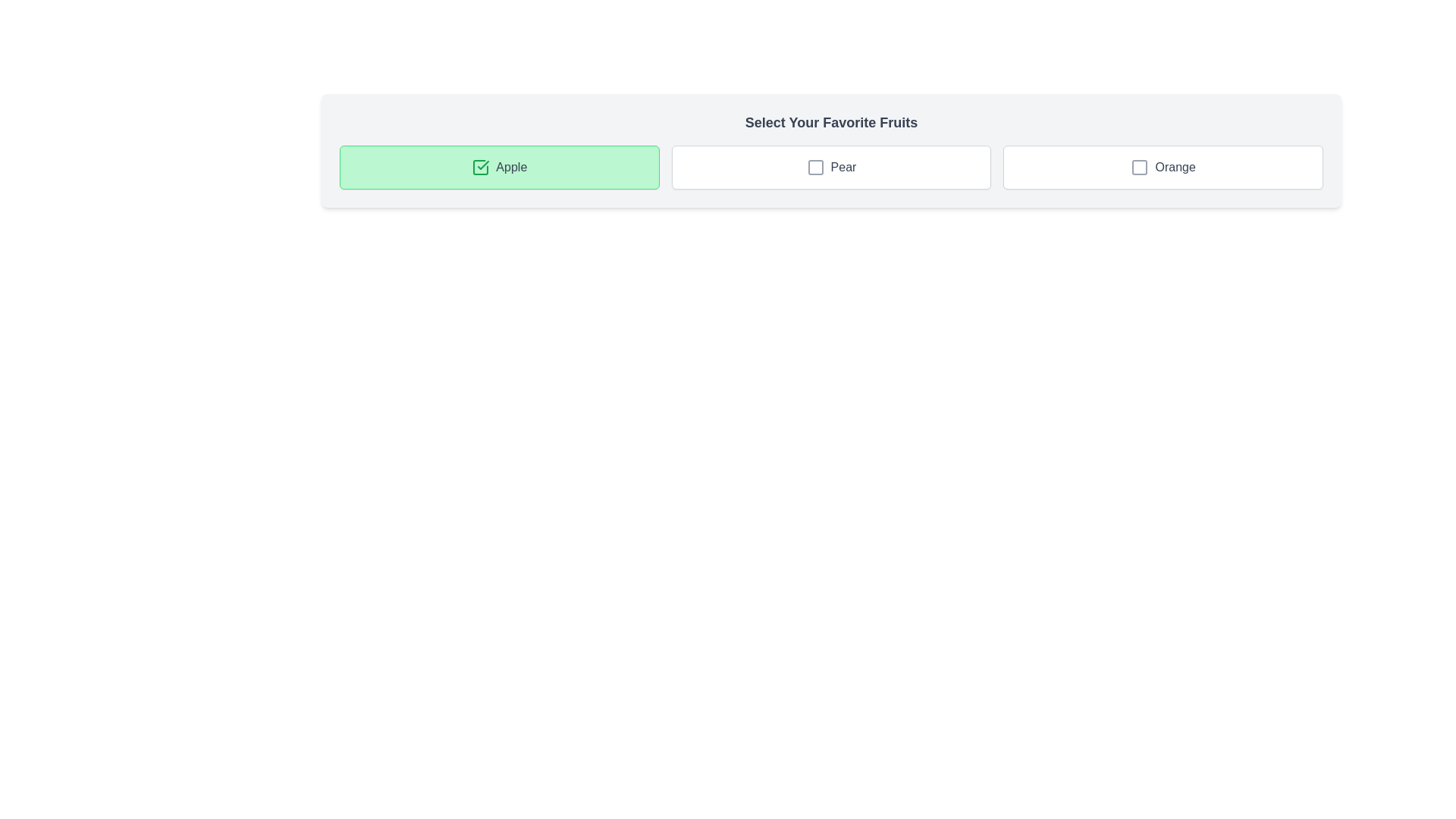  Describe the element at coordinates (843, 167) in the screenshot. I see `the text label for the 'Pear' checkbox option, which is located within the second option card of the 'Select Your Favorite Fruits' group` at that location.